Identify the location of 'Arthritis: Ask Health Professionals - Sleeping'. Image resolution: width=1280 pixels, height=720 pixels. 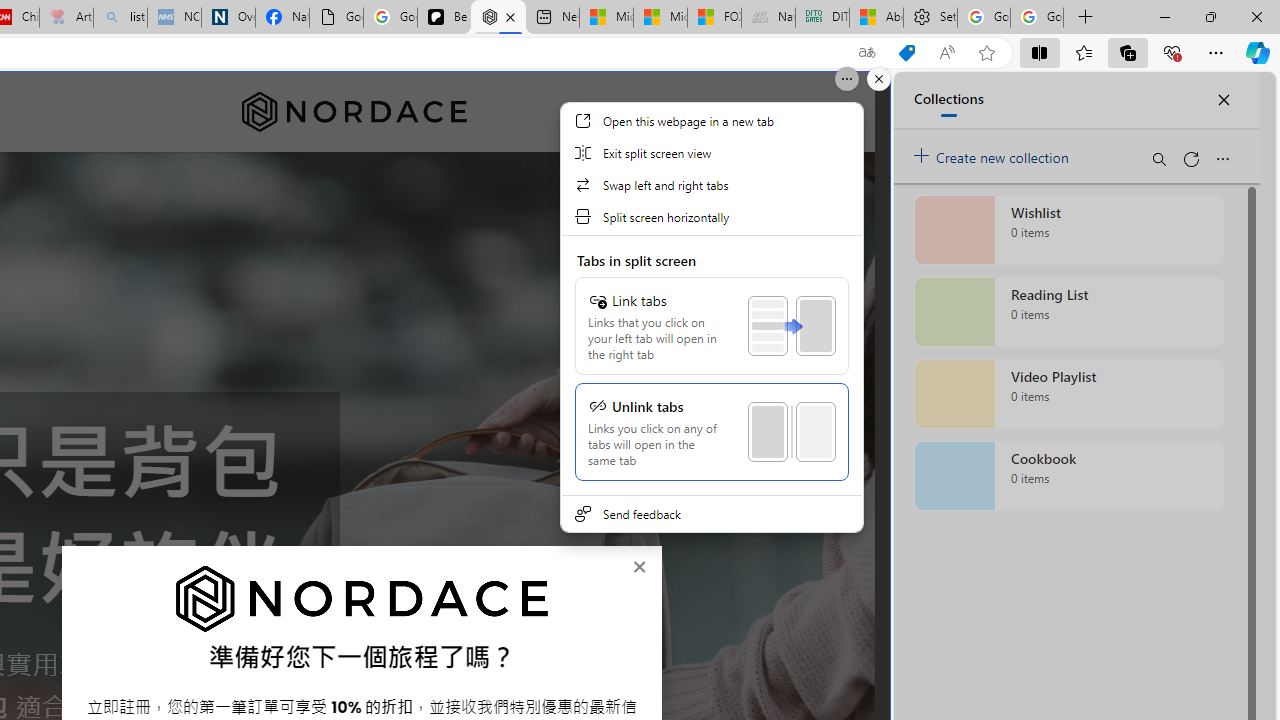
(66, 17).